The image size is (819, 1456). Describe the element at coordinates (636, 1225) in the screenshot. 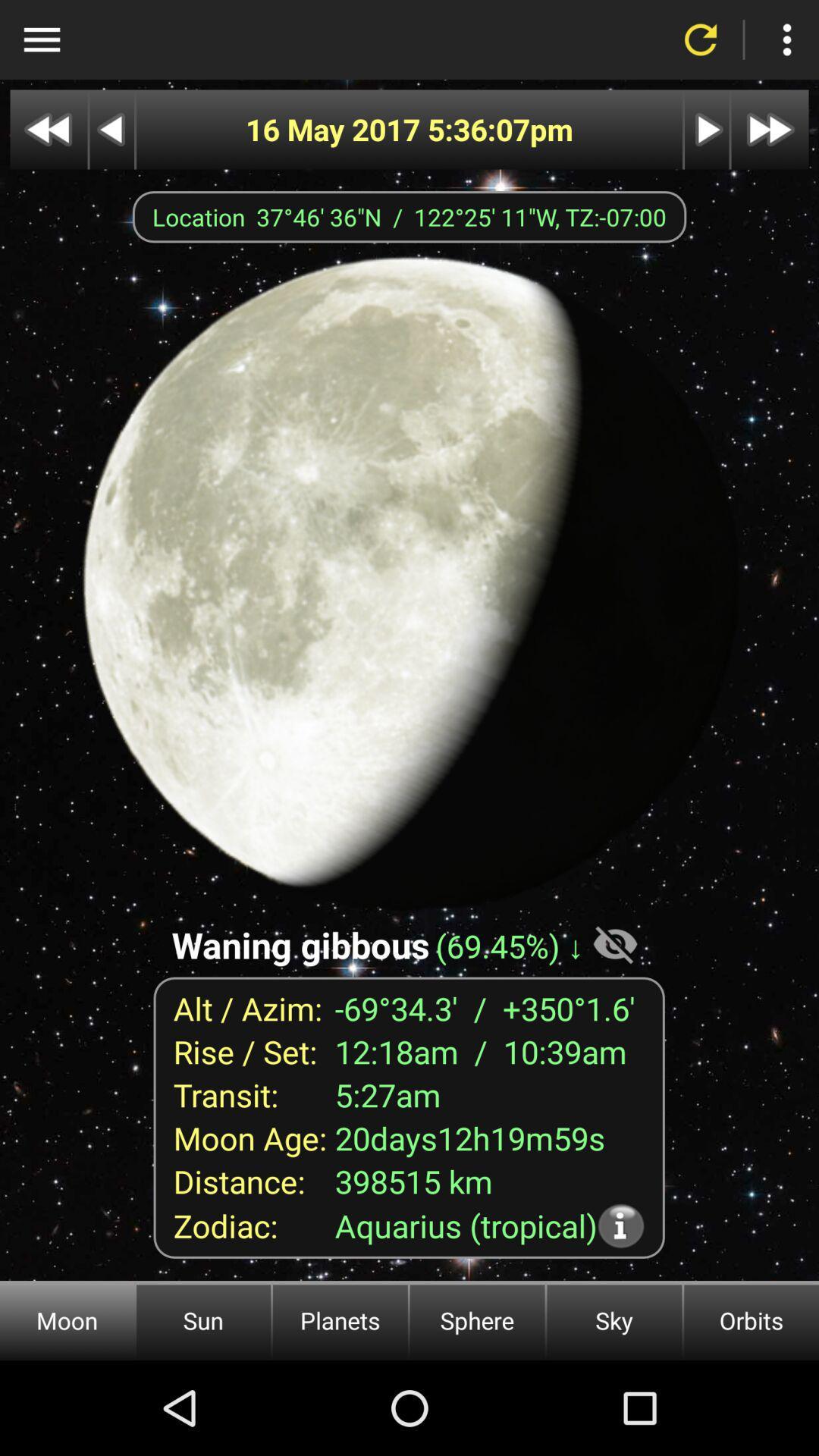

I see `the info icon` at that location.